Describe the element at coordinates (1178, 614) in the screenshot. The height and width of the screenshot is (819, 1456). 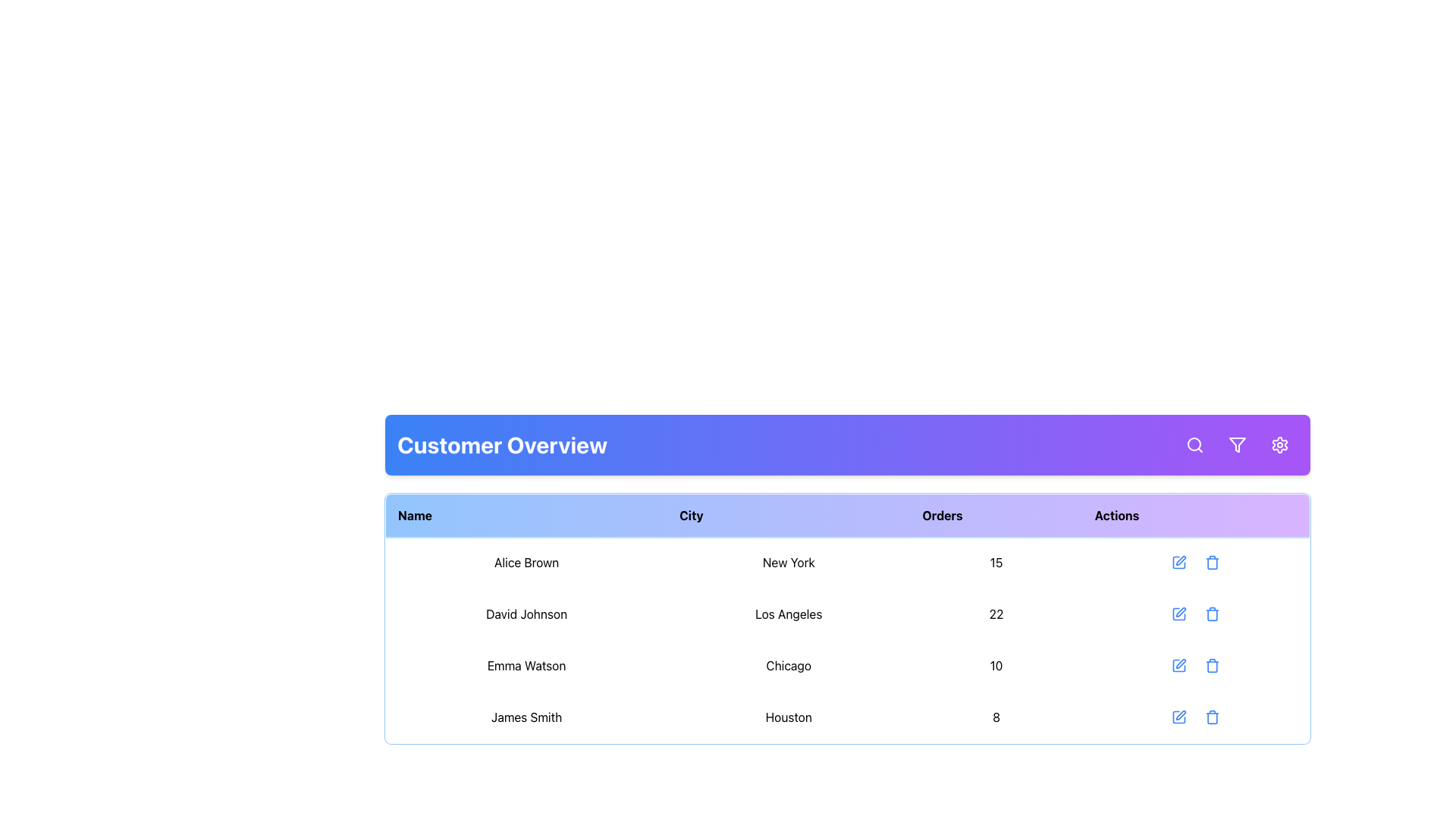
I see `the circular button with a blue pen glyph in the 'Actions' column of the row representing user 'David Johnson' to initiate editing` at that location.